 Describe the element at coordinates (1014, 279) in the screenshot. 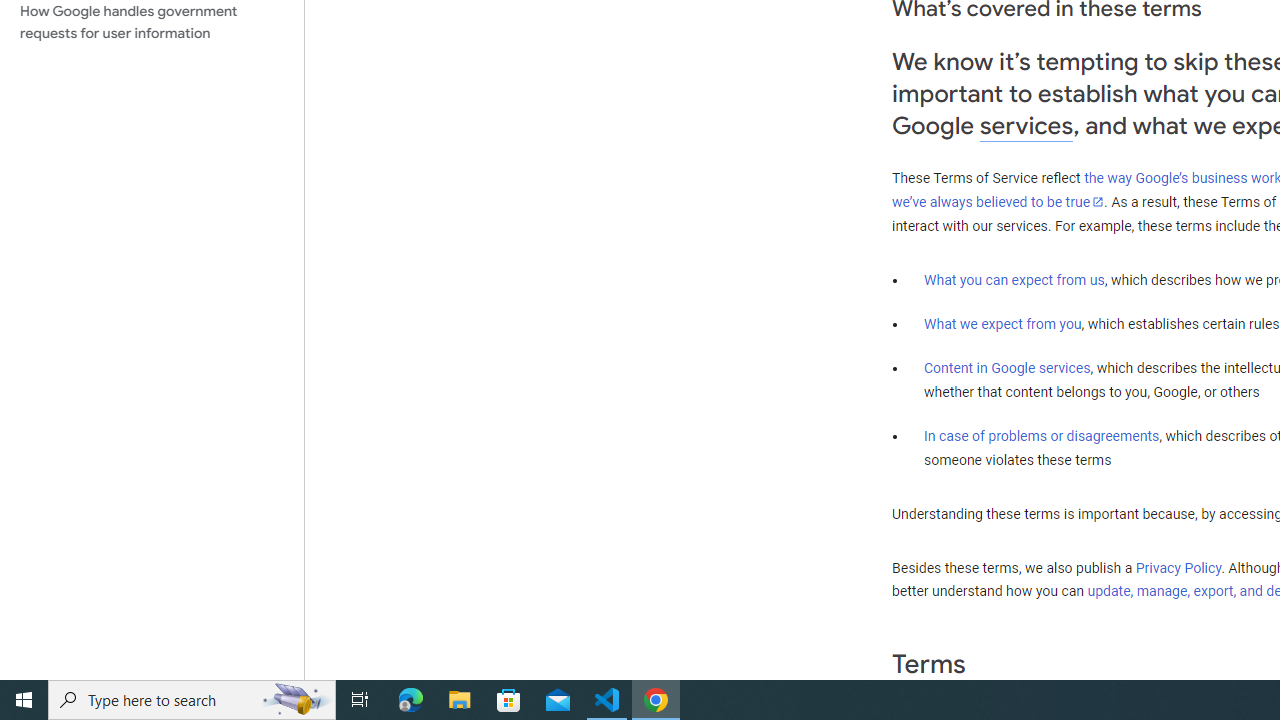

I see `'What you can expect from us'` at that location.